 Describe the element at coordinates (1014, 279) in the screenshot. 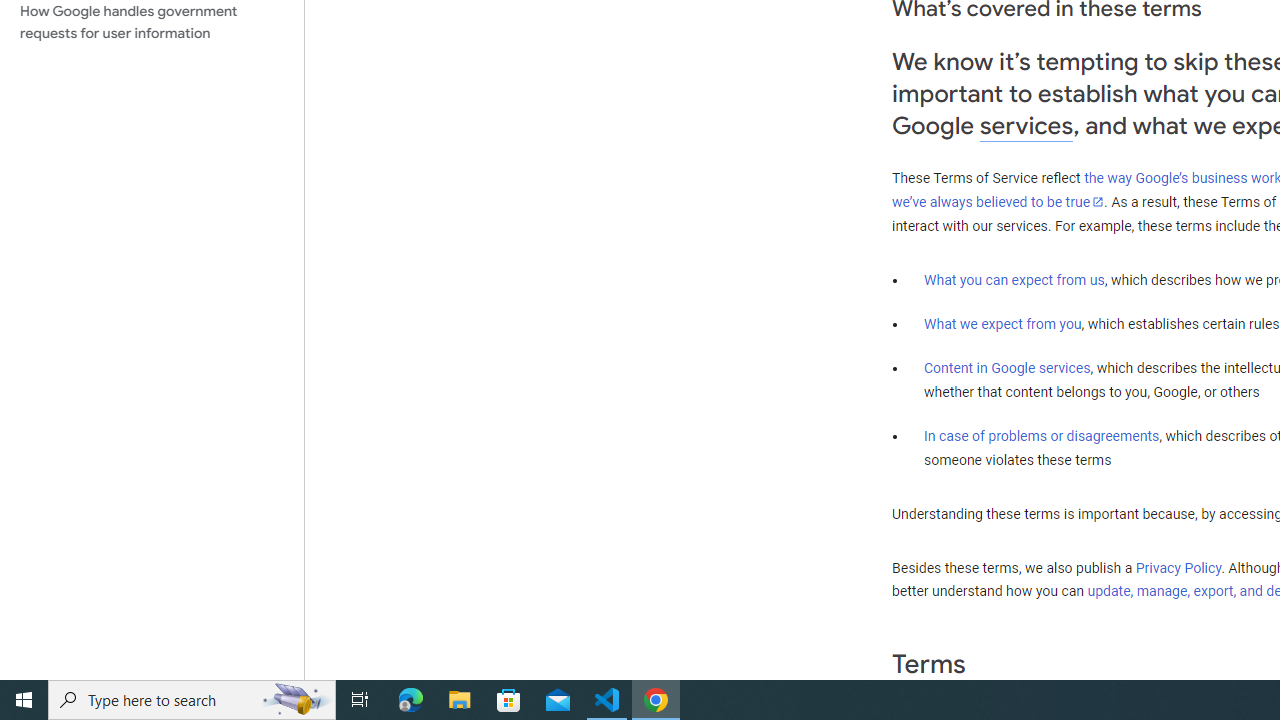

I see `'What you can expect from us'` at that location.